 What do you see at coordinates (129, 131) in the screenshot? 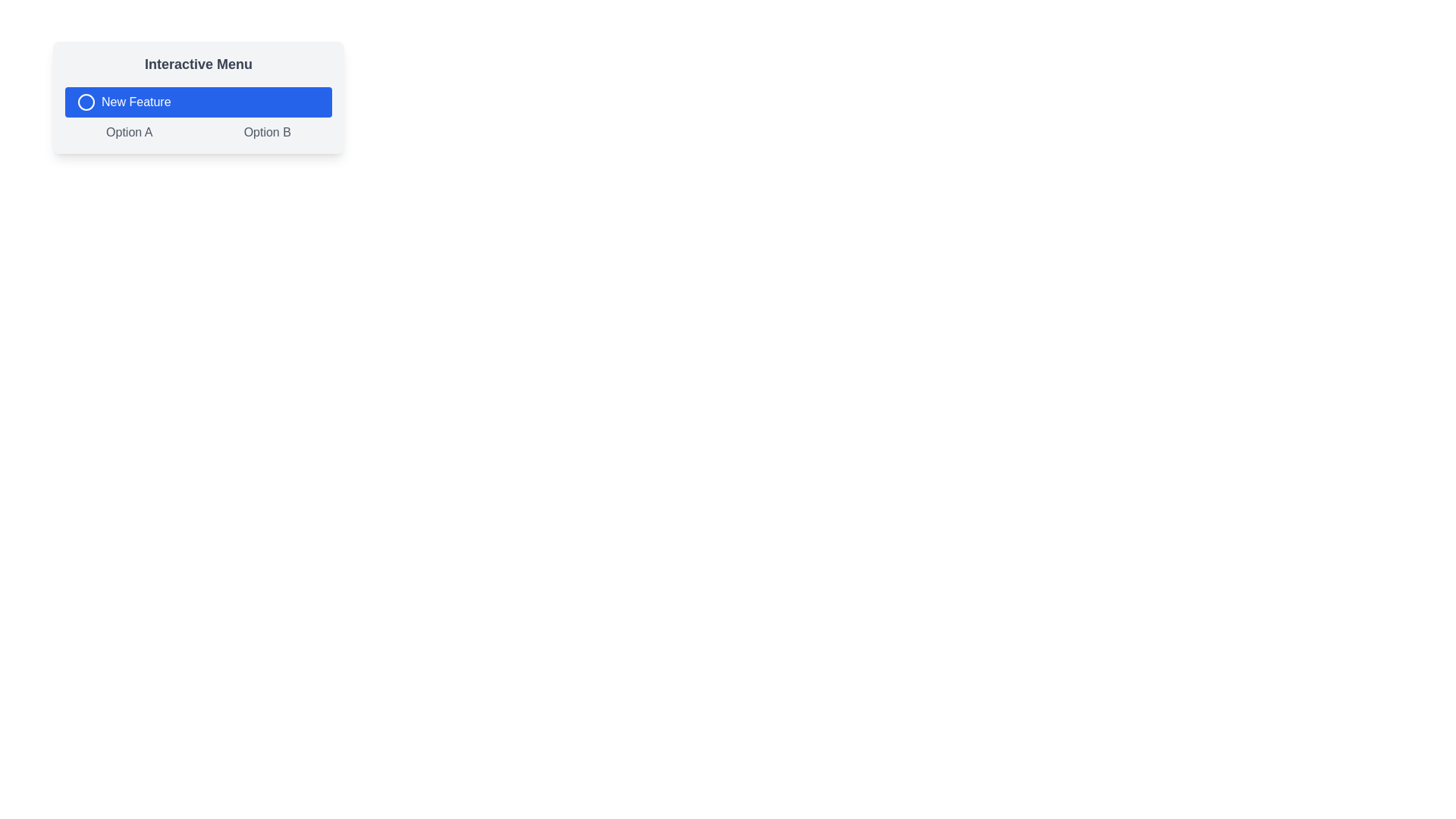
I see `the interactive text link for 'Option A', which is the first selectable option in the menu, located below the 'New Feature' button` at bounding box center [129, 131].